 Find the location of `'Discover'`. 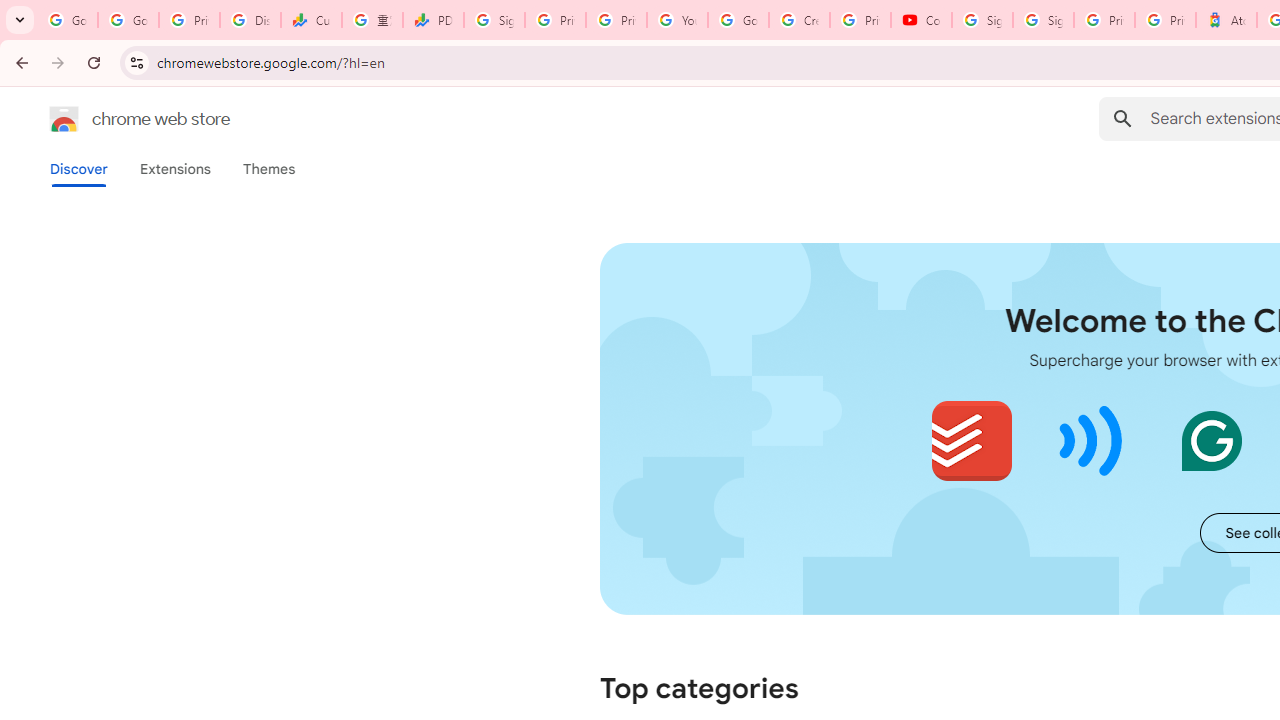

'Discover' is located at coordinates (79, 168).